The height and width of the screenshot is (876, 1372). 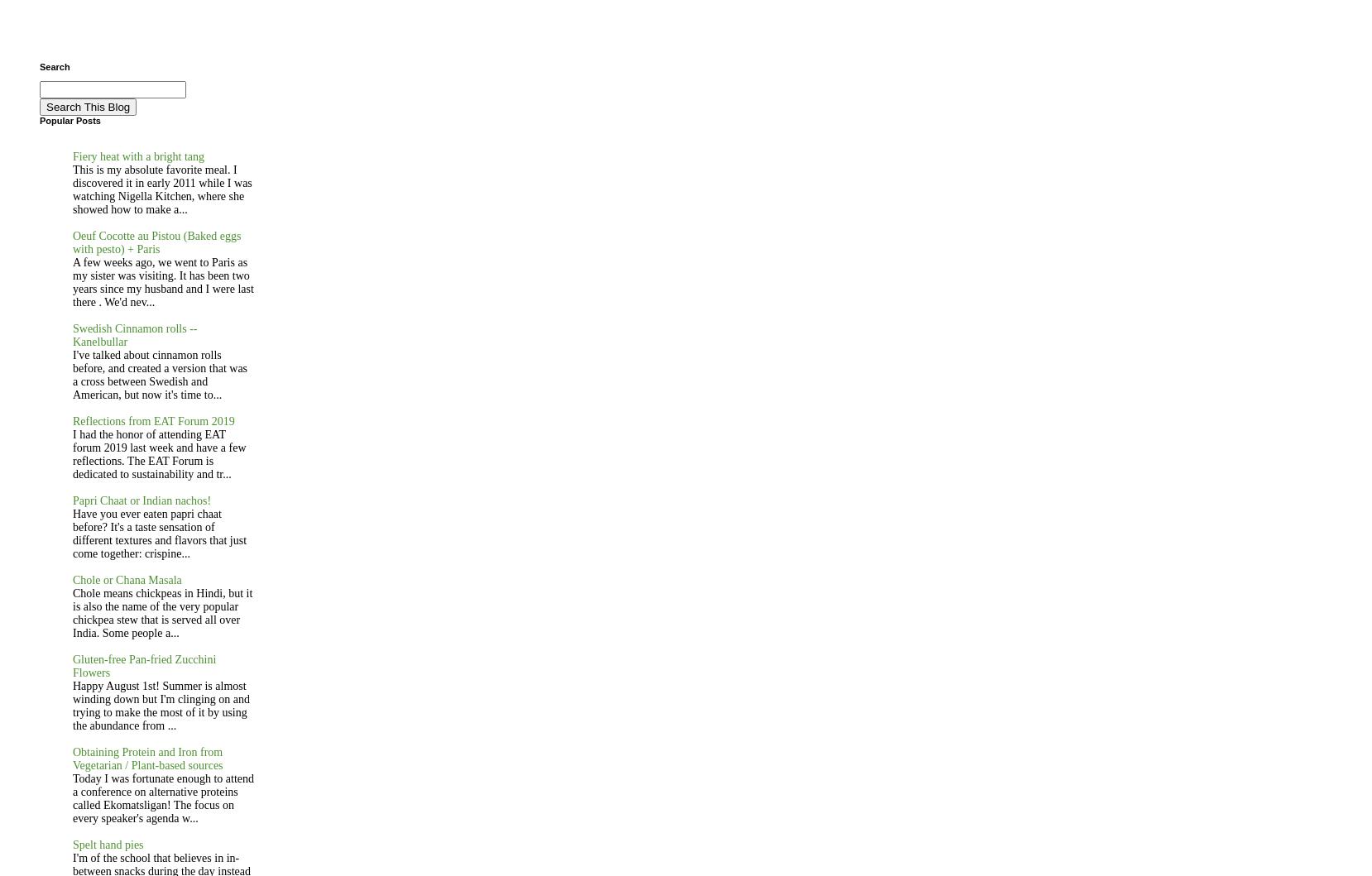 What do you see at coordinates (134, 334) in the screenshot?
I see `'Swedish Cinnamon rolls -- Kanelbullar'` at bounding box center [134, 334].